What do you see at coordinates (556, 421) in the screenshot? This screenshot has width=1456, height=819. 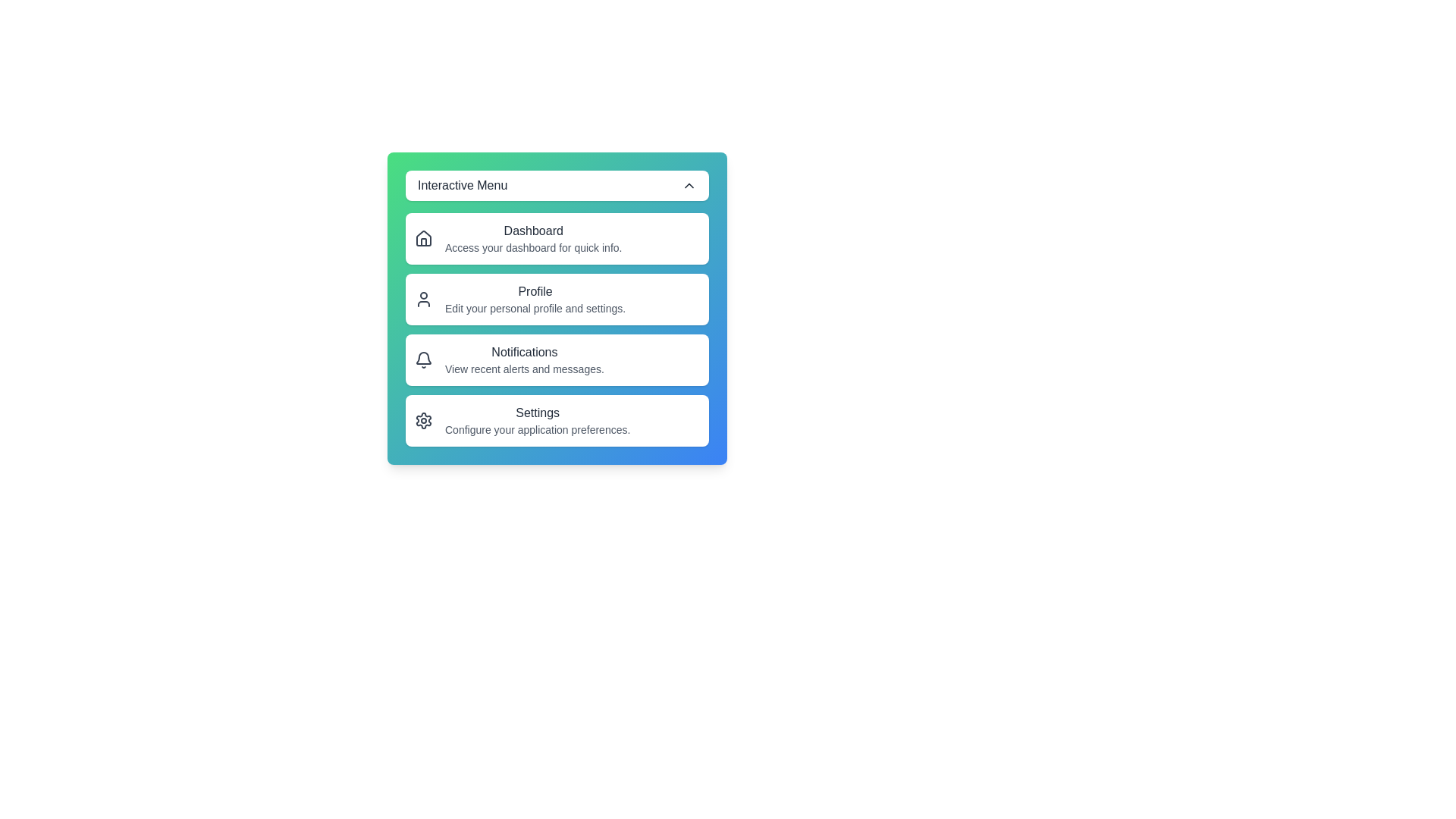 I see `the menu item Settings to view its details` at bounding box center [556, 421].